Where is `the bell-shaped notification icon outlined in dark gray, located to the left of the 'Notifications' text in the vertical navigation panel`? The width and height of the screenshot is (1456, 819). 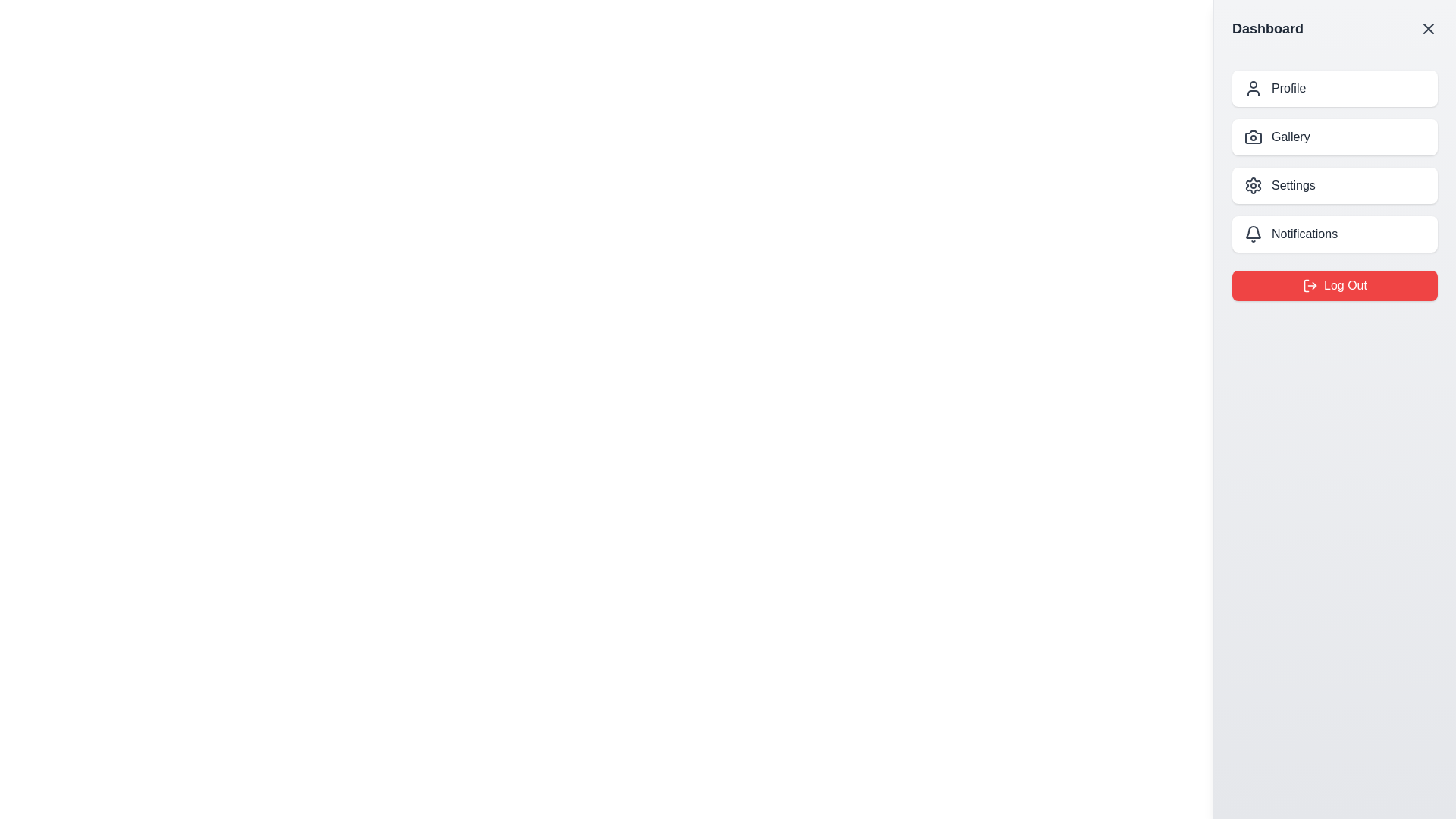
the bell-shaped notification icon outlined in dark gray, located to the left of the 'Notifications' text in the vertical navigation panel is located at coordinates (1253, 234).